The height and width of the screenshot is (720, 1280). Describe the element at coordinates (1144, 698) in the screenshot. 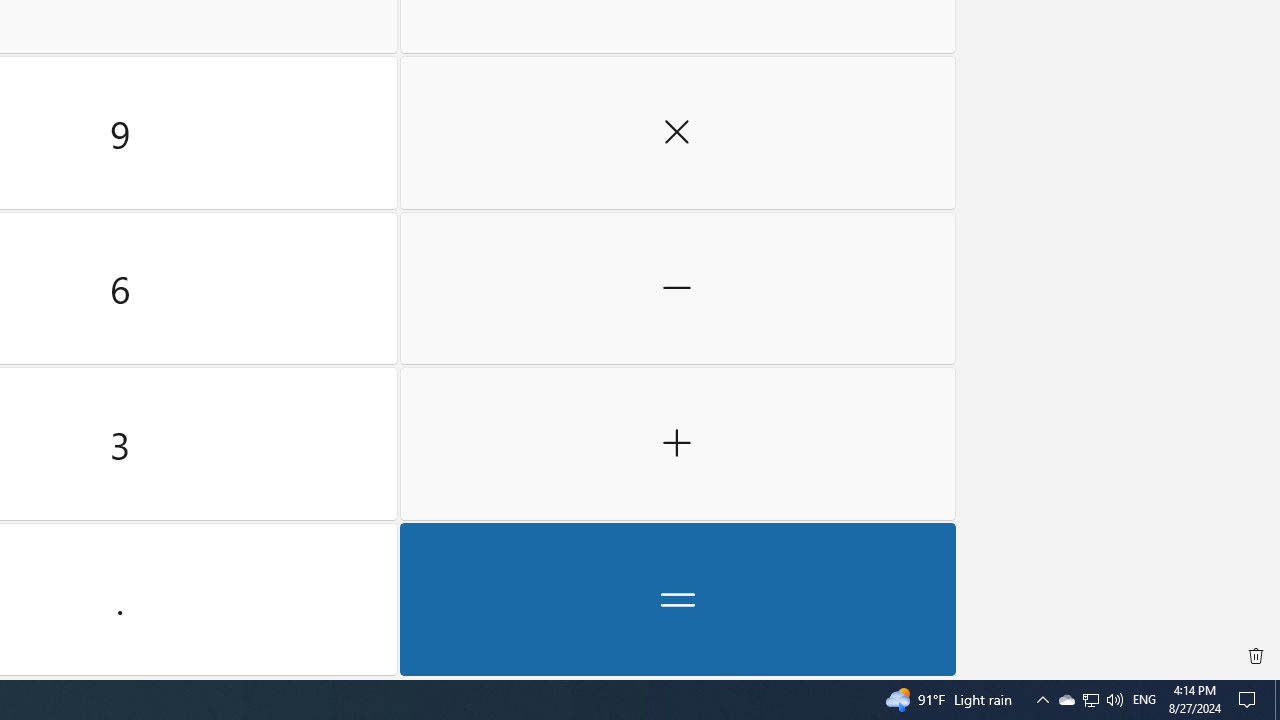

I see `'Tray Input Indicator - English (United States)'` at that location.